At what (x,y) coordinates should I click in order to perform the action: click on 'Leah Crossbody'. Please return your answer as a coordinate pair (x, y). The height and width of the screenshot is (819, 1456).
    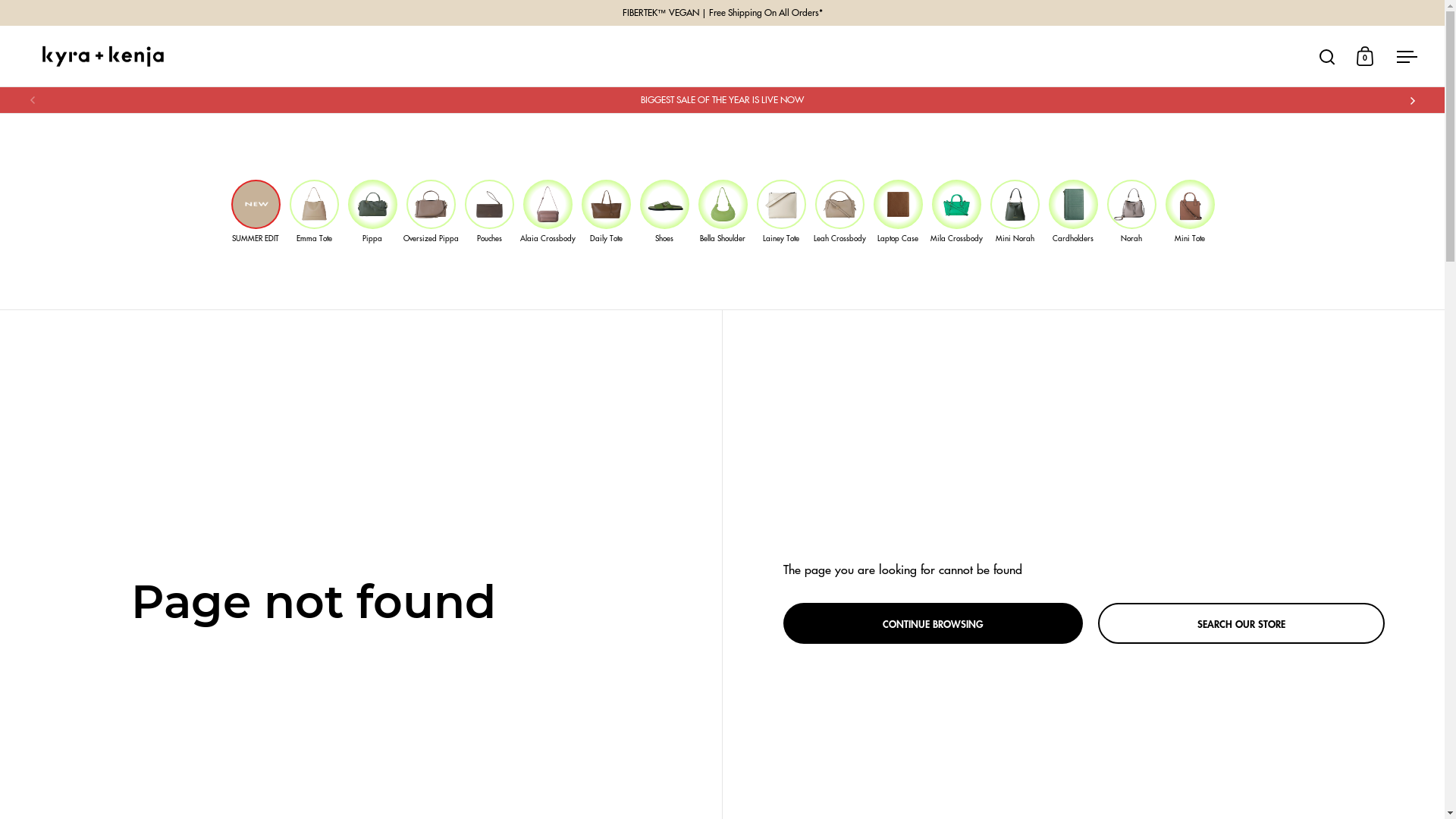
    Looking at the image, I should click on (839, 211).